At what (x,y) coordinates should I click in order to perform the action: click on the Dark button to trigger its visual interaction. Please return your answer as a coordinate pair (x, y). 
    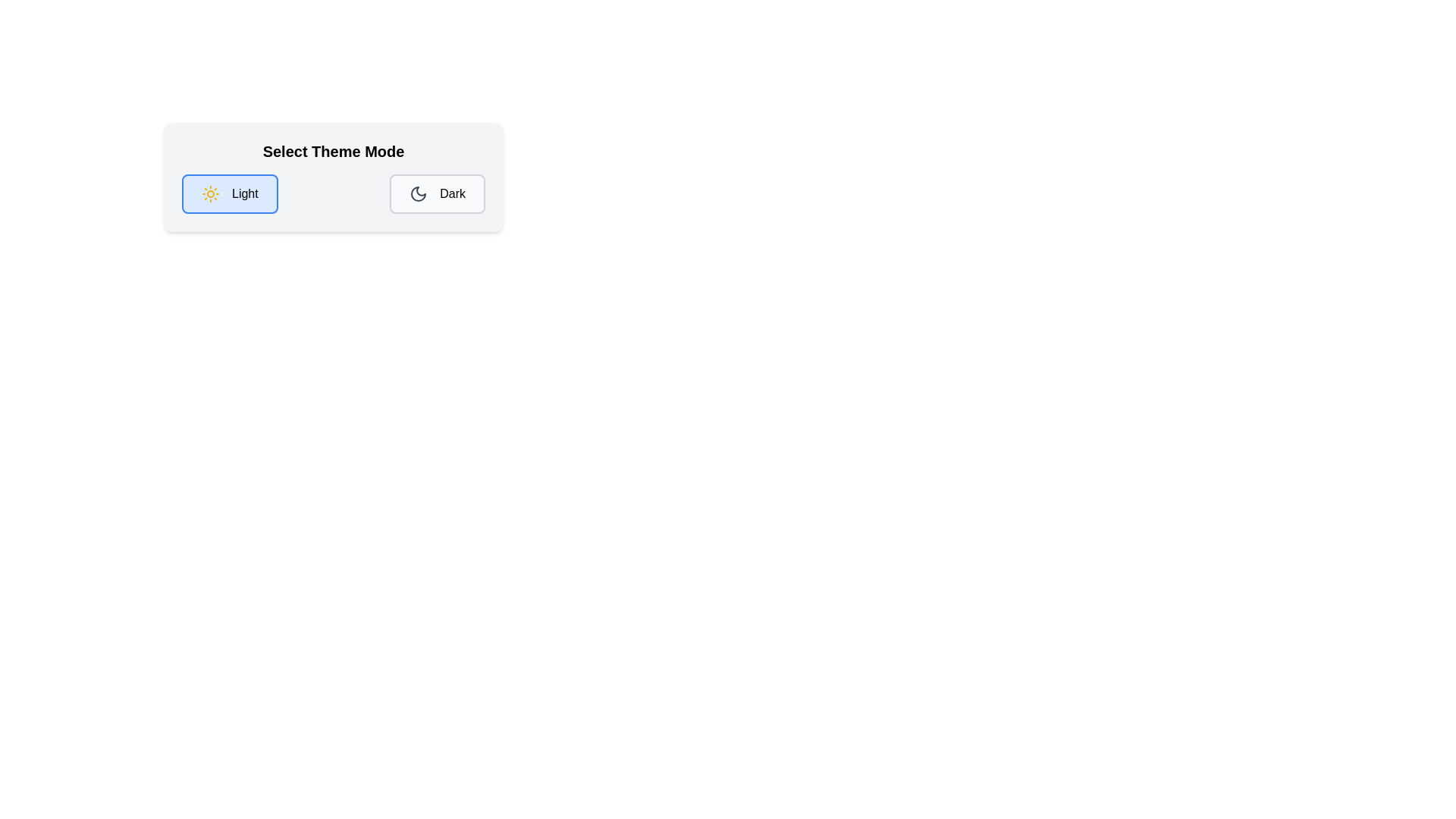
    Looking at the image, I should click on (436, 193).